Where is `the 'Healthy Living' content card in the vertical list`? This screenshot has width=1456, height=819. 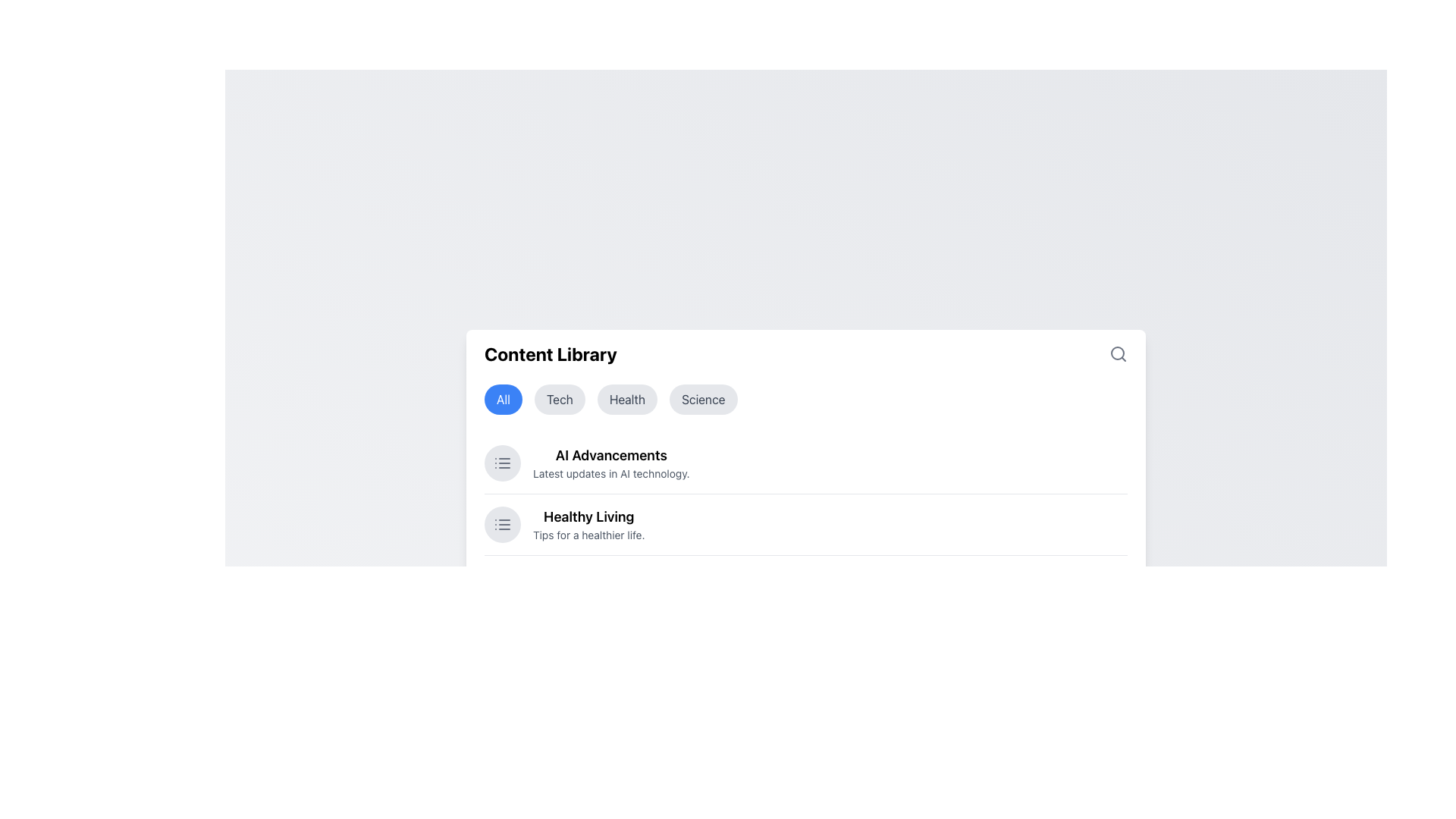 the 'Healthy Living' content card in the vertical list is located at coordinates (805, 523).